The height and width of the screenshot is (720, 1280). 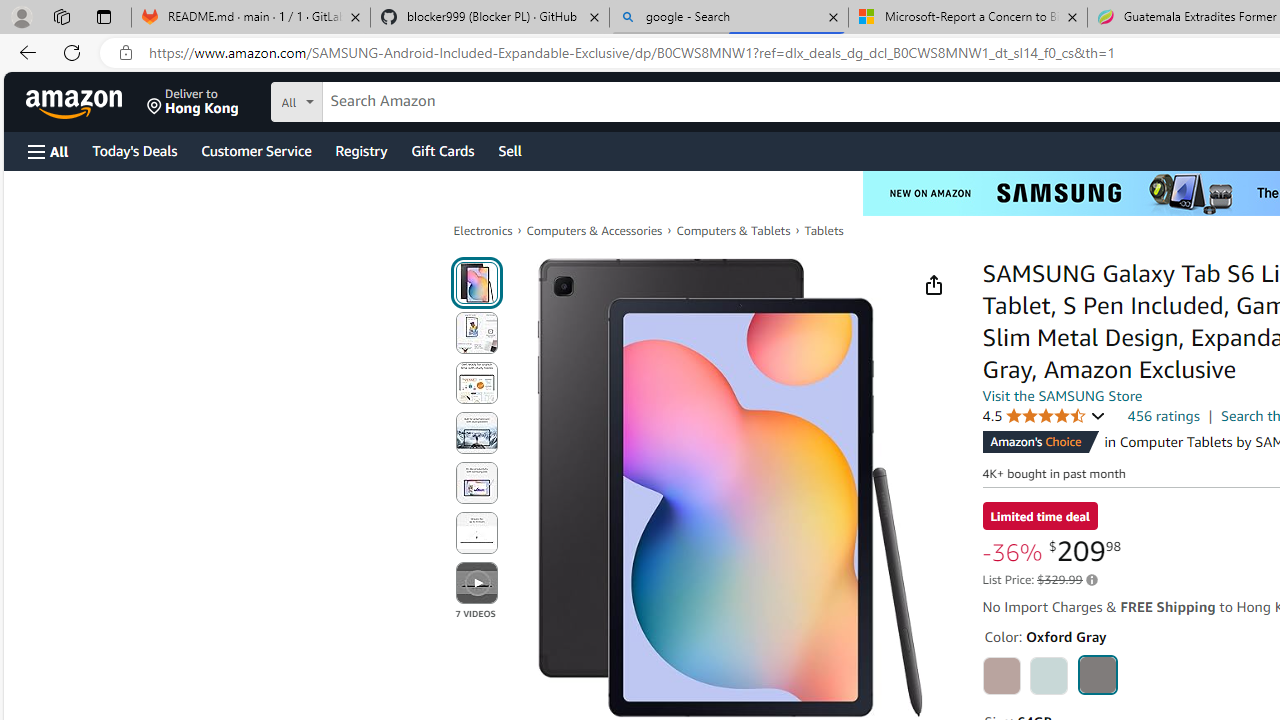 I want to click on '456 ratings', so click(x=1163, y=414).